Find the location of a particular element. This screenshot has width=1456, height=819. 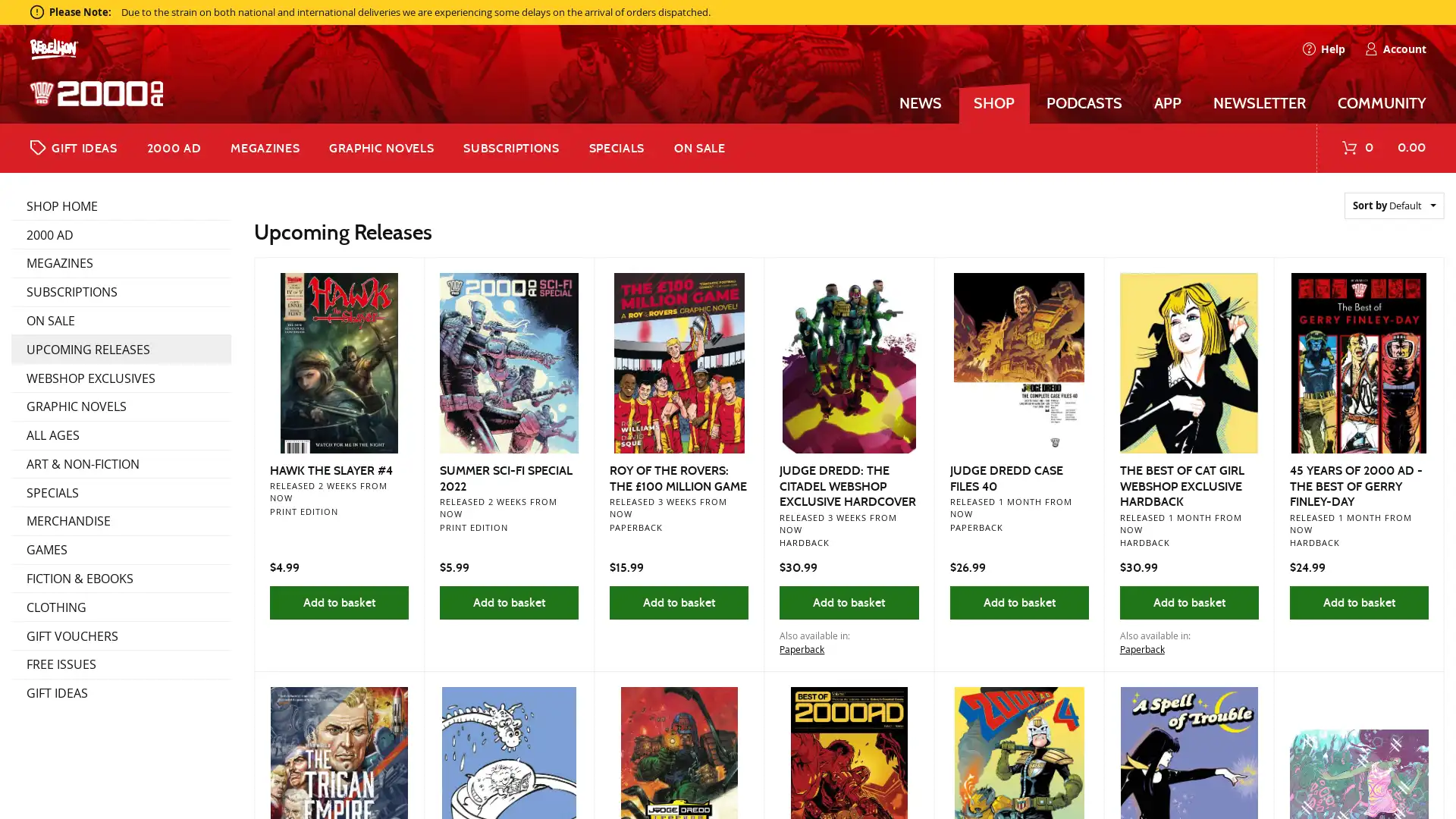

Add to basket is located at coordinates (1358, 601).